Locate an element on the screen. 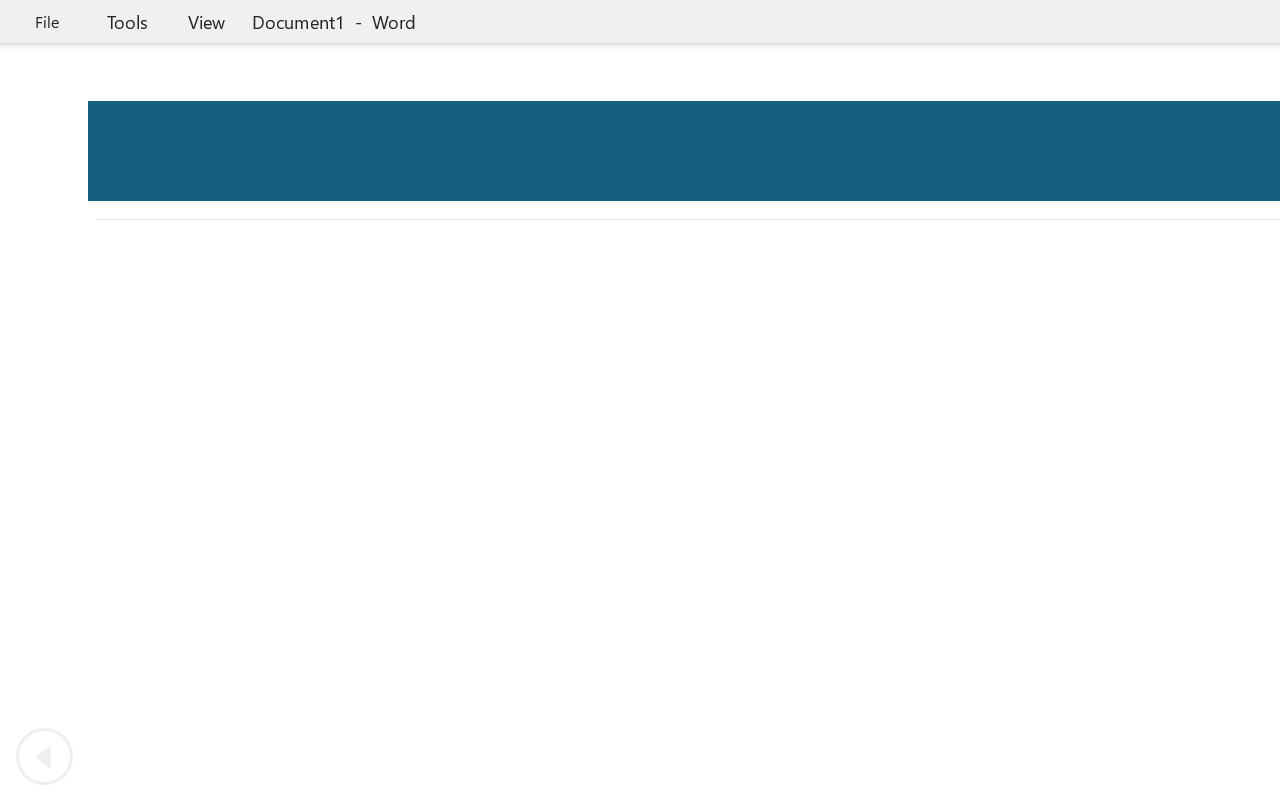 The image size is (1280, 800). 'Tools' is located at coordinates (126, 21).